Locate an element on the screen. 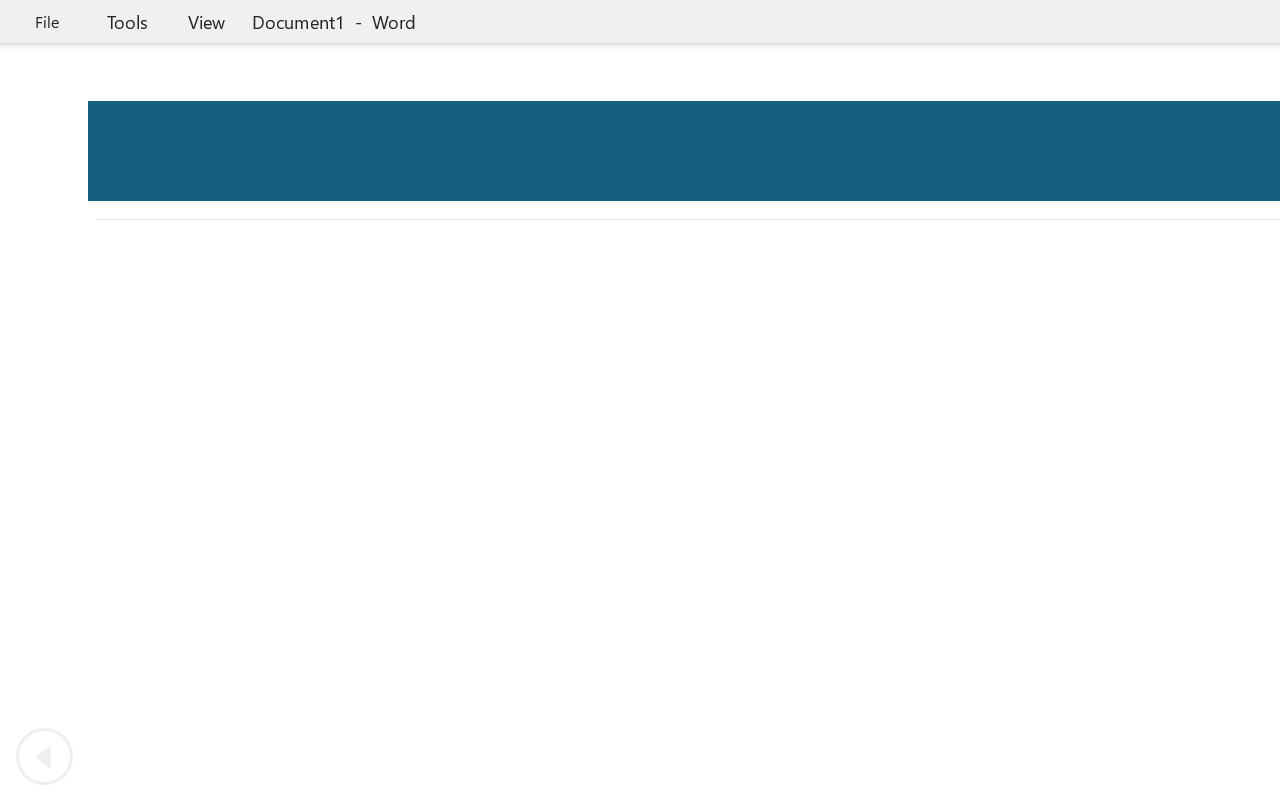 The image size is (1280, 800). 'Tools' is located at coordinates (126, 21).